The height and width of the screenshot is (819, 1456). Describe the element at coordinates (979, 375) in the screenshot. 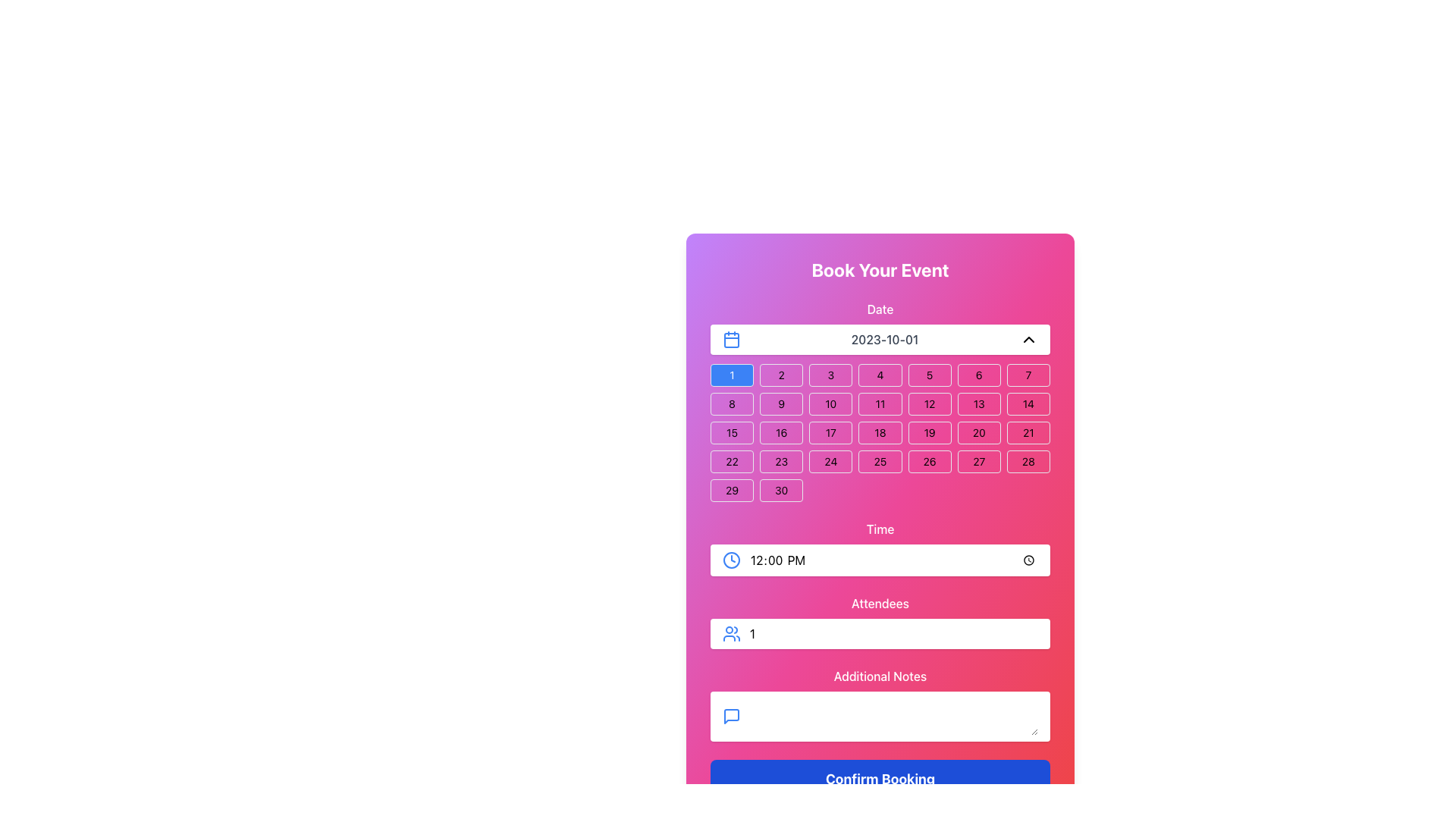

I see `the button representing the day '6' in the calendar interface` at that location.